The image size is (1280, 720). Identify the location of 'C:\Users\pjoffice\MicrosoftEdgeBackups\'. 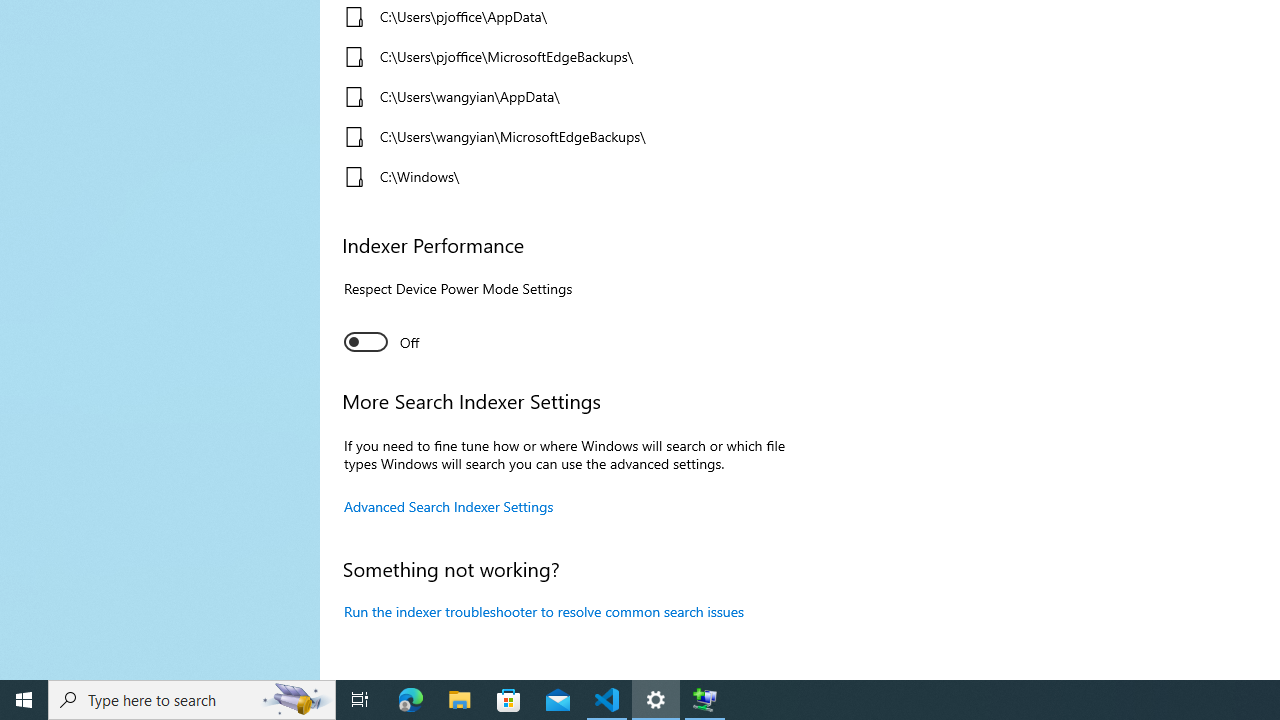
(562, 55).